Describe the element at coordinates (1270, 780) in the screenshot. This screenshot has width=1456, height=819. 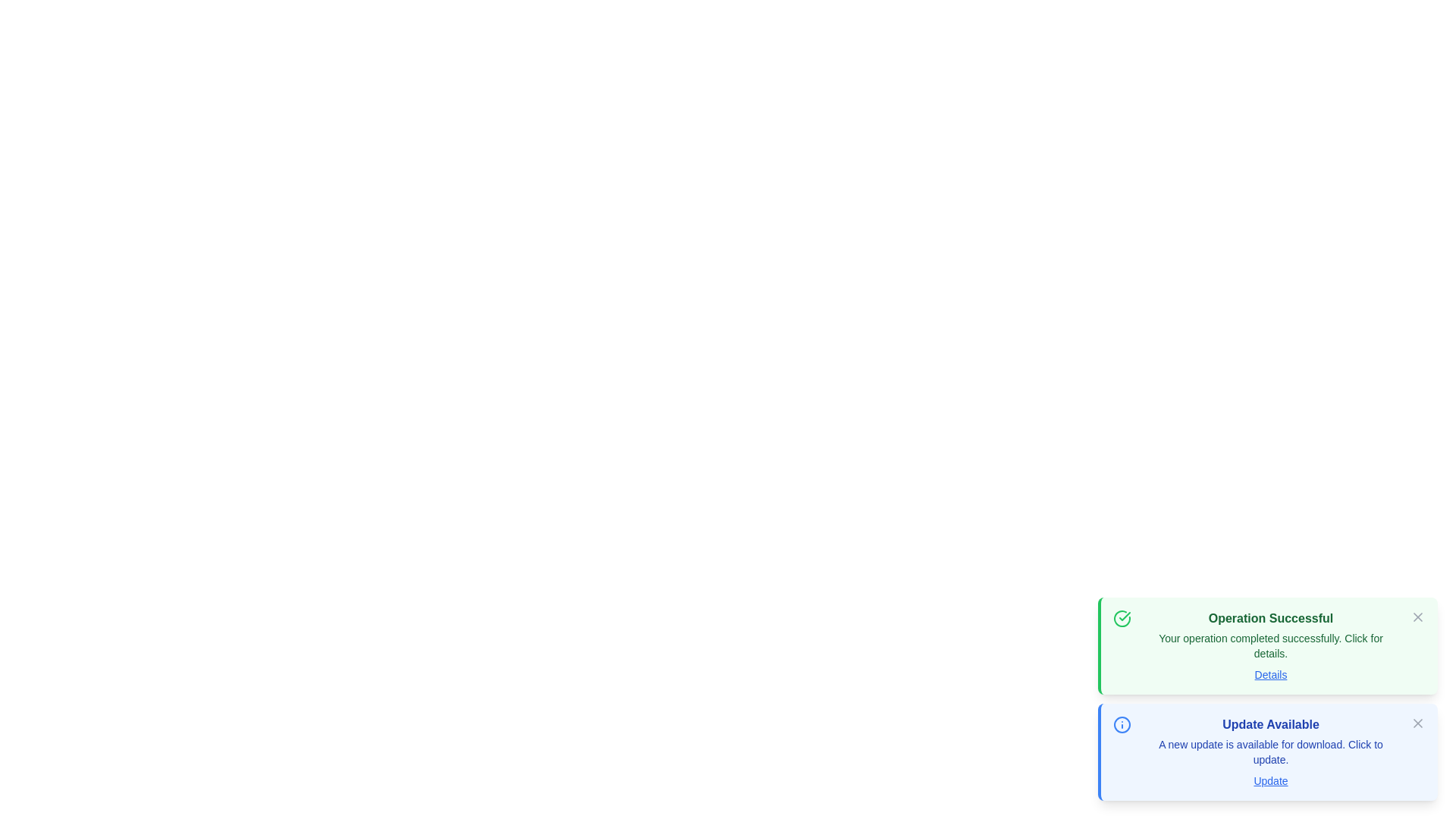
I see `the blue underlined hyperlink labeled 'Update' located in the notification box titled 'Update Available' in the bottom-right quadrant of the interface` at that location.